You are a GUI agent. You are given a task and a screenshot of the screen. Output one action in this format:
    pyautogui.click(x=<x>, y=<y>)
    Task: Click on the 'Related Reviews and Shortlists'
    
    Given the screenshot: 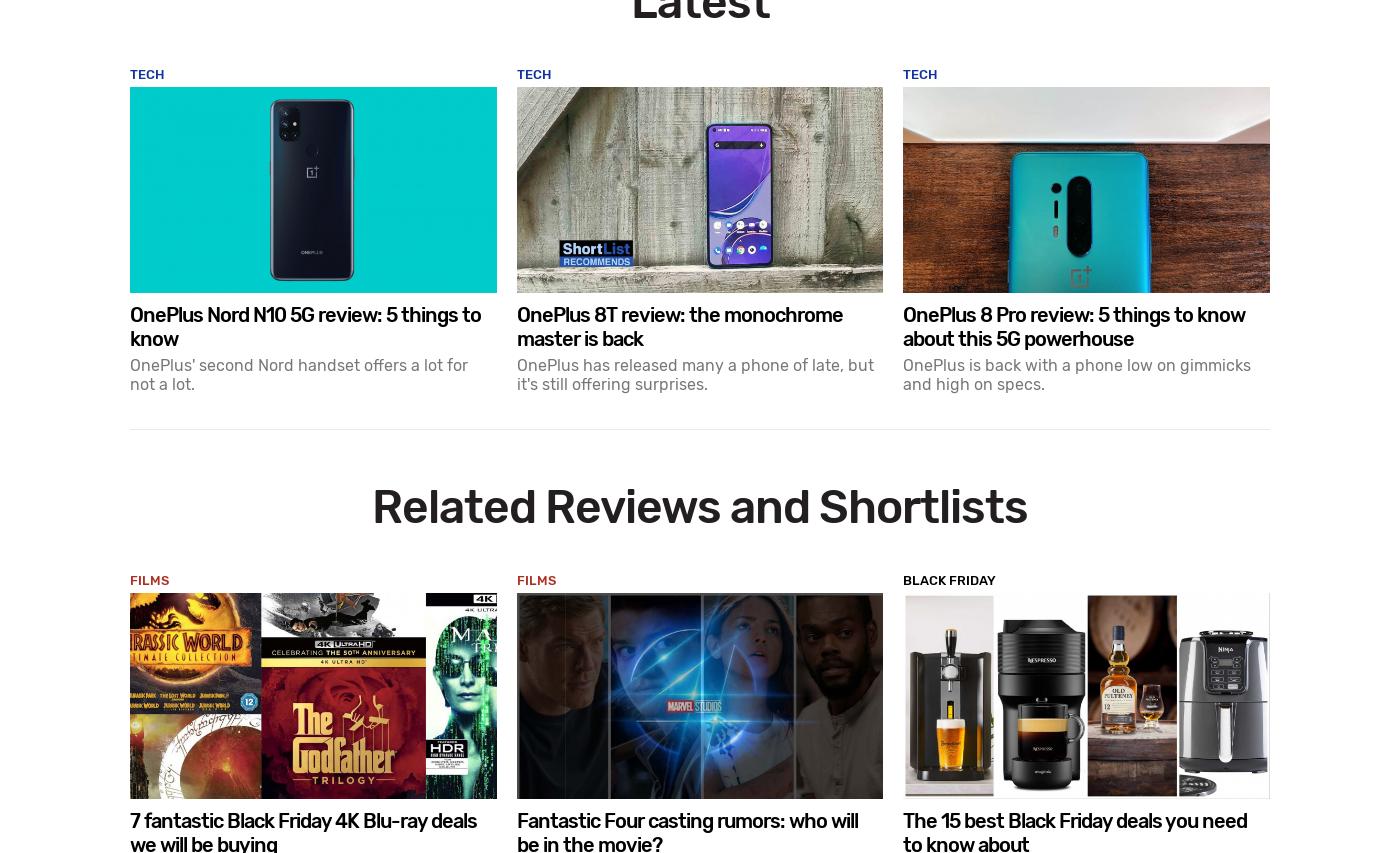 What is the action you would take?
    pyautogui.click(x=700, y=507)
    